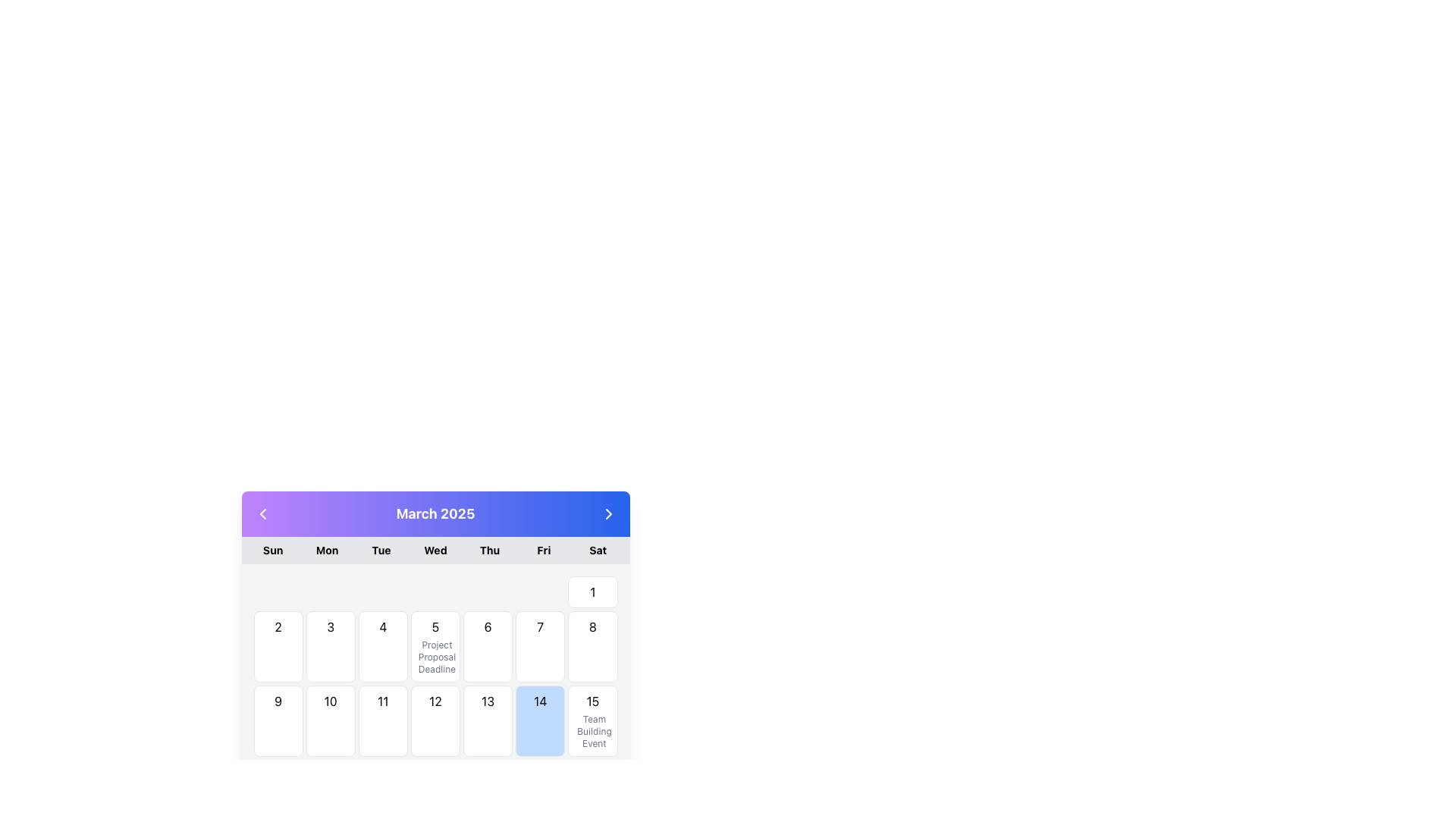  I want to click on the Date button for March 7th, 2025 in the calendar grid, so click(540, 646).